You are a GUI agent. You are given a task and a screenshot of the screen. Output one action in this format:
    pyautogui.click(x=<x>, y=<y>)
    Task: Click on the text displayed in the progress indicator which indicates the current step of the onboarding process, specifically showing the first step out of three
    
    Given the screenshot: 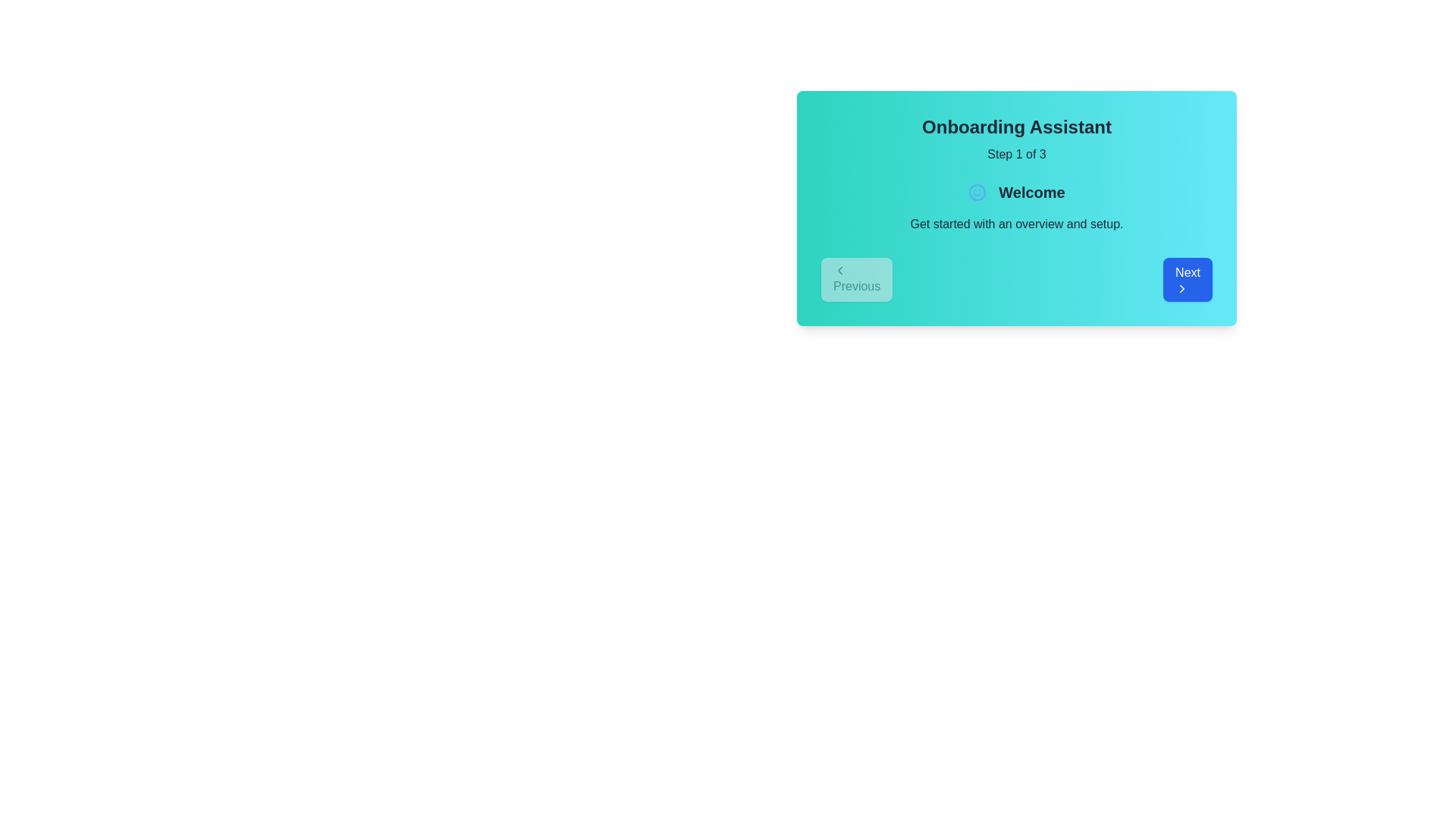 What is the action you would take?
    pyautogui.click(x=1016, y=155)
    